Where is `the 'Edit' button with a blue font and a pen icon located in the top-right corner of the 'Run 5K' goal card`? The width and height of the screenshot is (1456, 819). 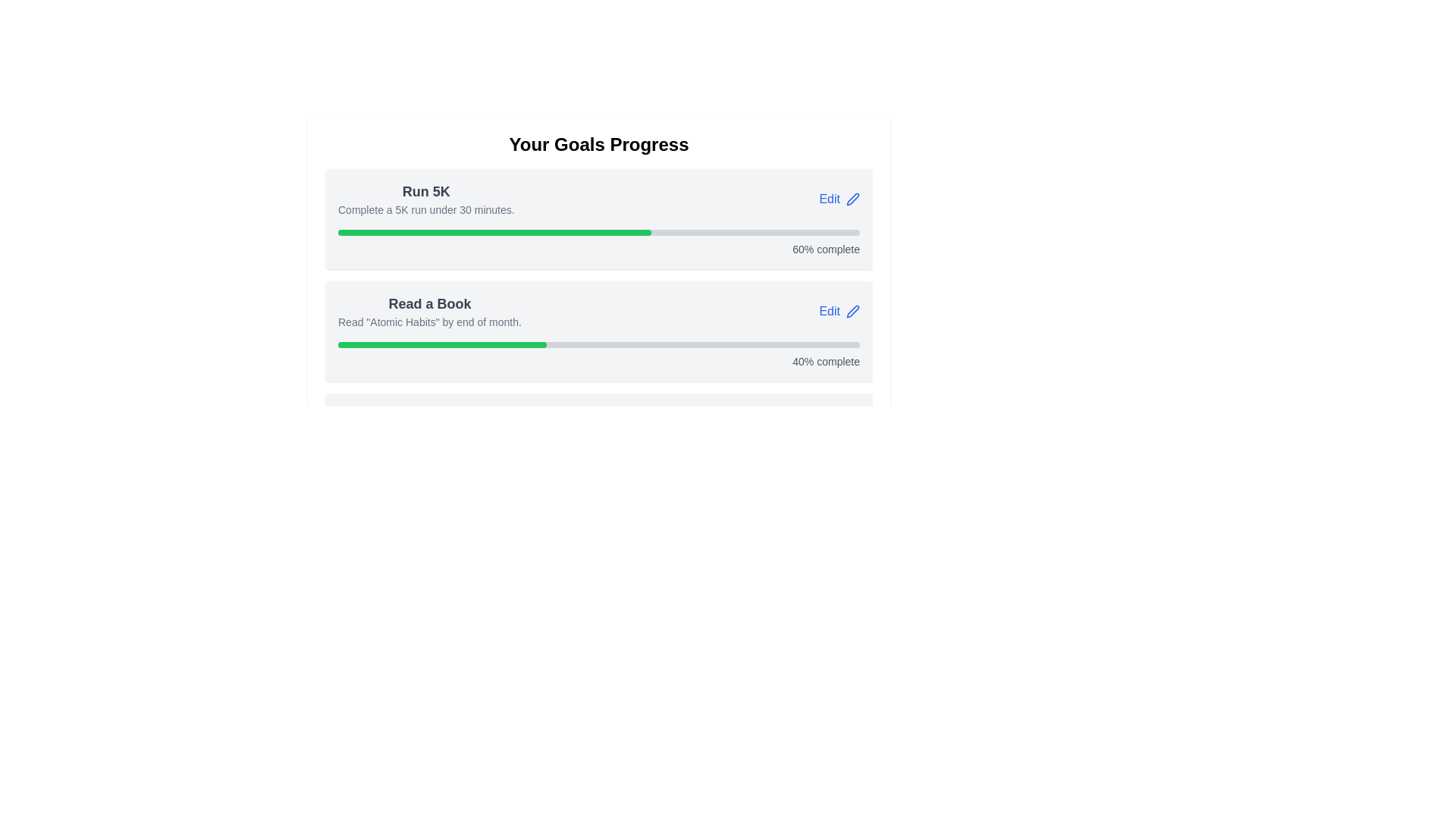 the 'Edit' button with a blue font and a pen icon located in the top-right corner of the 'Run 5K' goal card is located at coordinates (839, 198).